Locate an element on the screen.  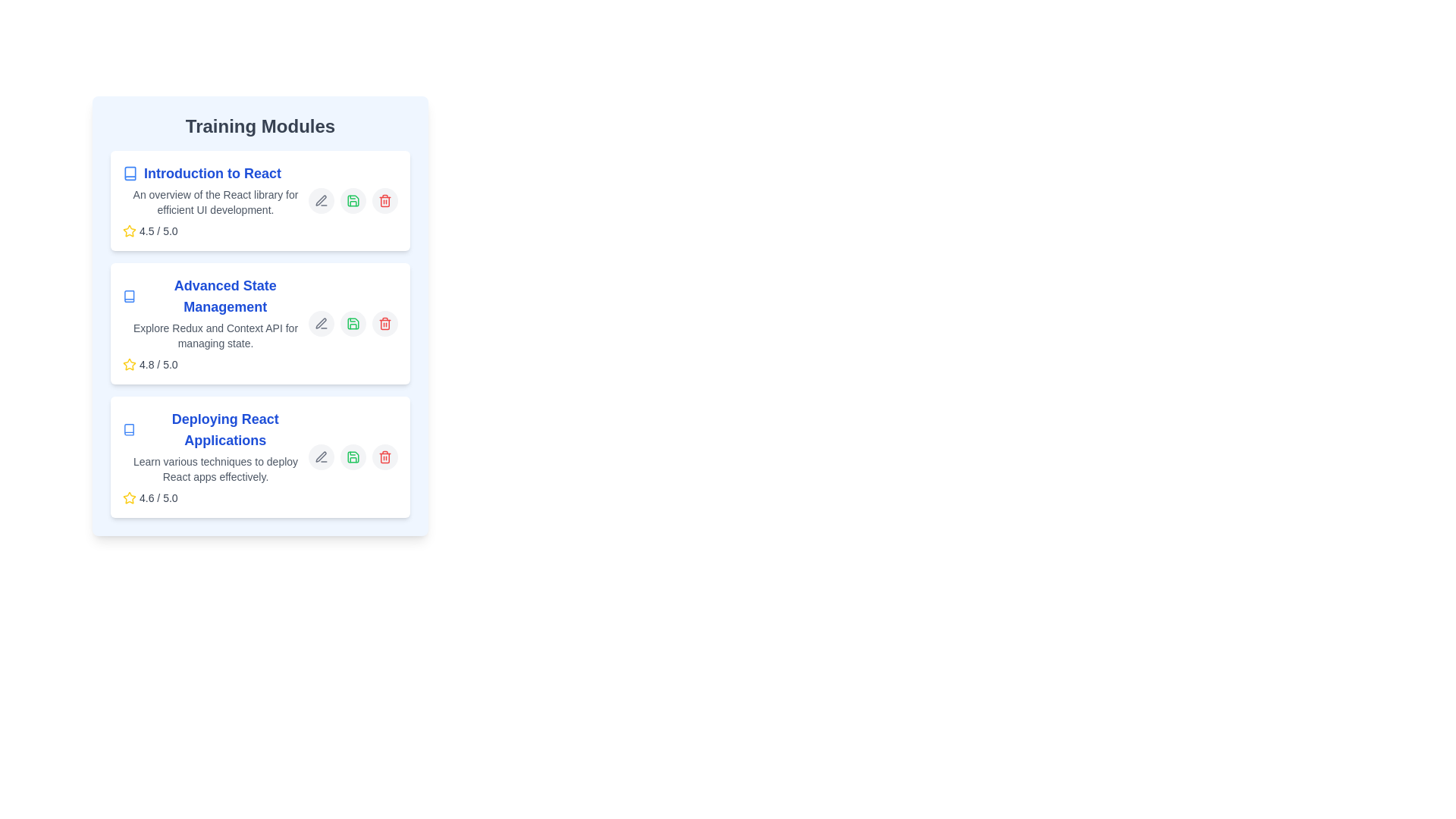
the middle icon button, which is green and located to the right of the text 'Advanced State Management' is located at coordinates (352, 323).